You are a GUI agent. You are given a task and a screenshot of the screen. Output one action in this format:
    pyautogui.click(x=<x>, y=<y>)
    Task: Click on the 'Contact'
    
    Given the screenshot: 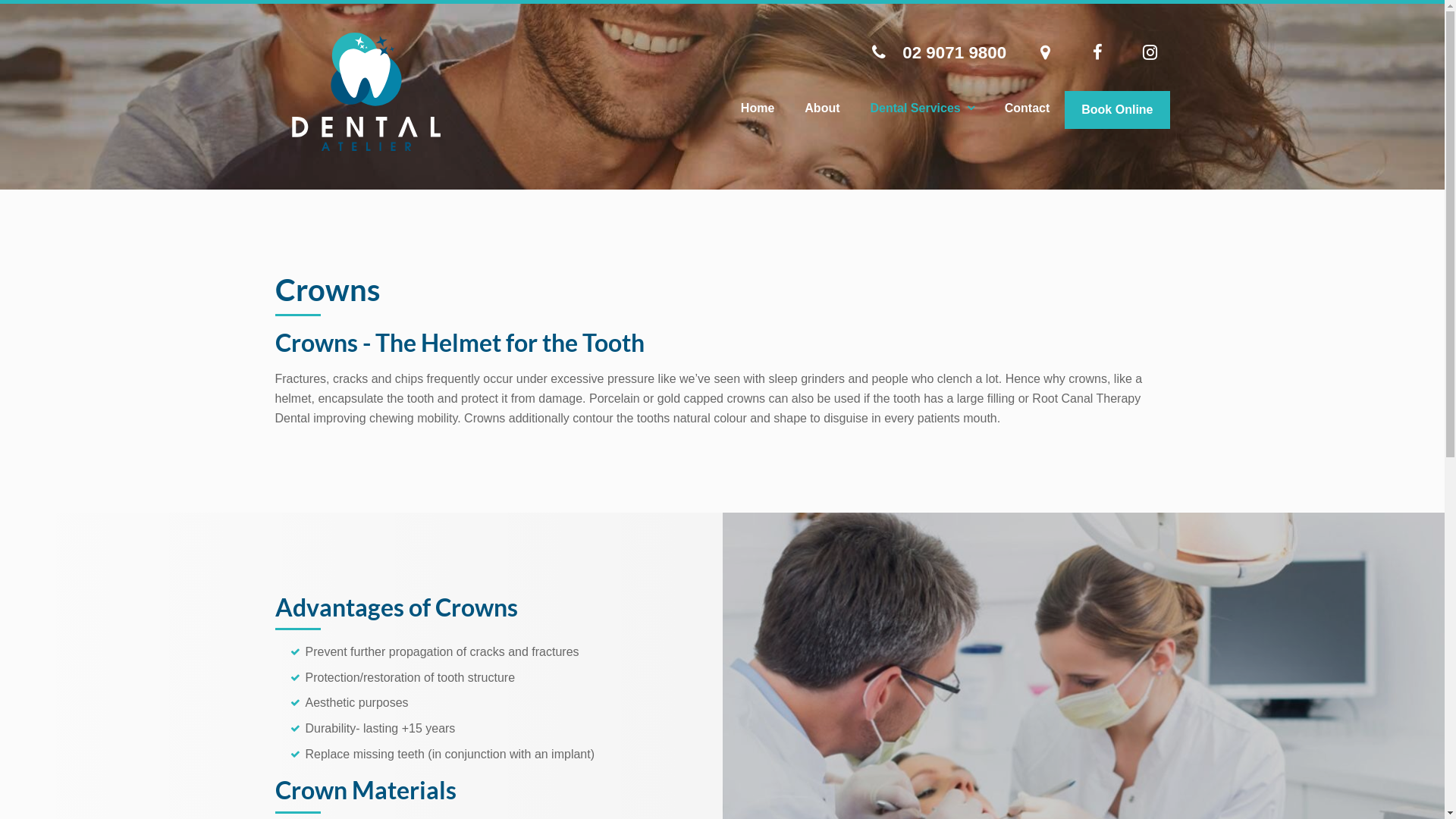 What is the action you would take?
    pyautogui.click(x=1027, y=107)
    